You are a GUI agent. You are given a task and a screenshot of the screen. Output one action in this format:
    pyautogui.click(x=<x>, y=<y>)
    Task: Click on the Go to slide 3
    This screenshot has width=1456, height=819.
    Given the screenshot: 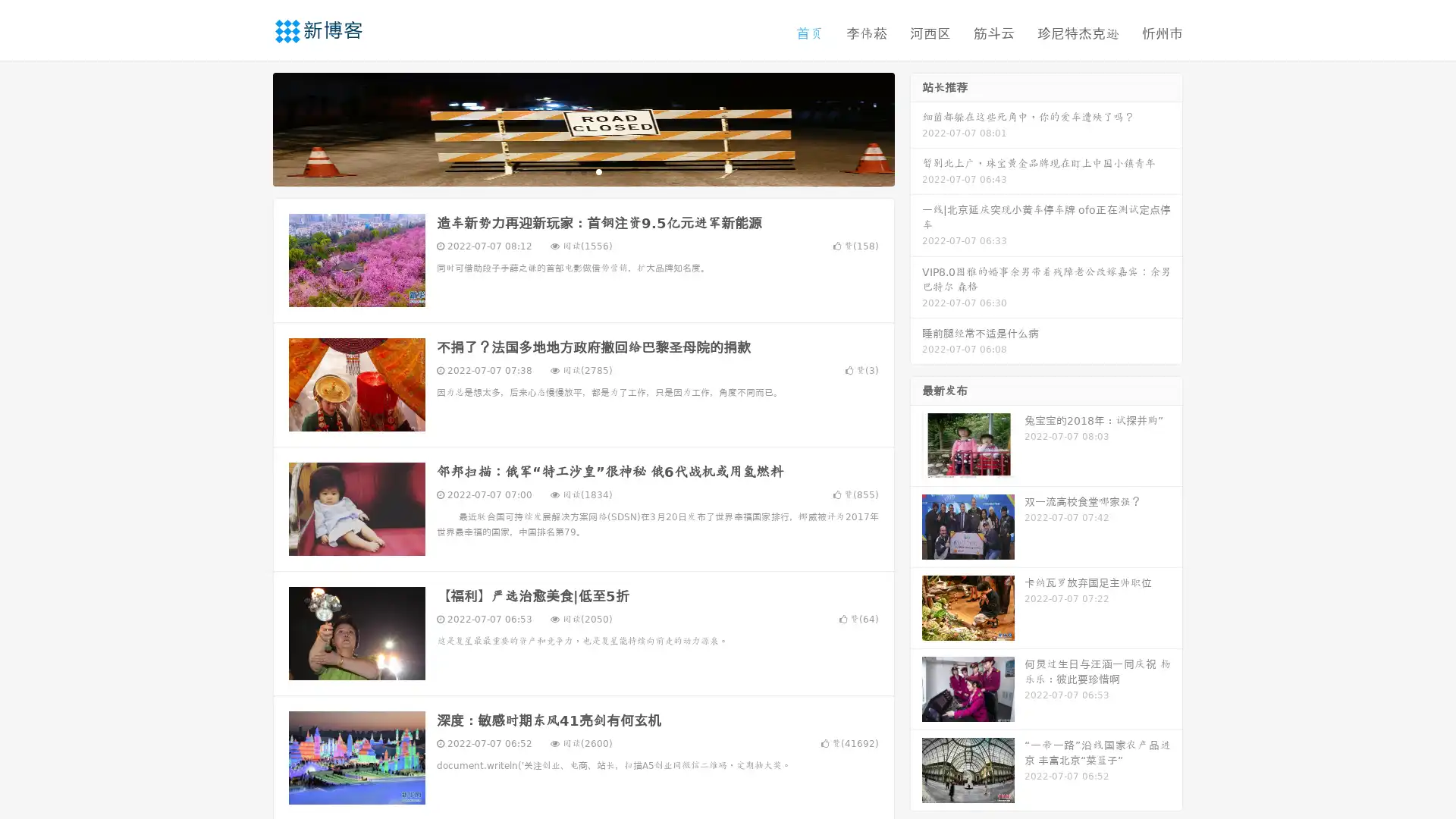 What is the action you would take?
    pyautogui.click(x=598, y=171)
    